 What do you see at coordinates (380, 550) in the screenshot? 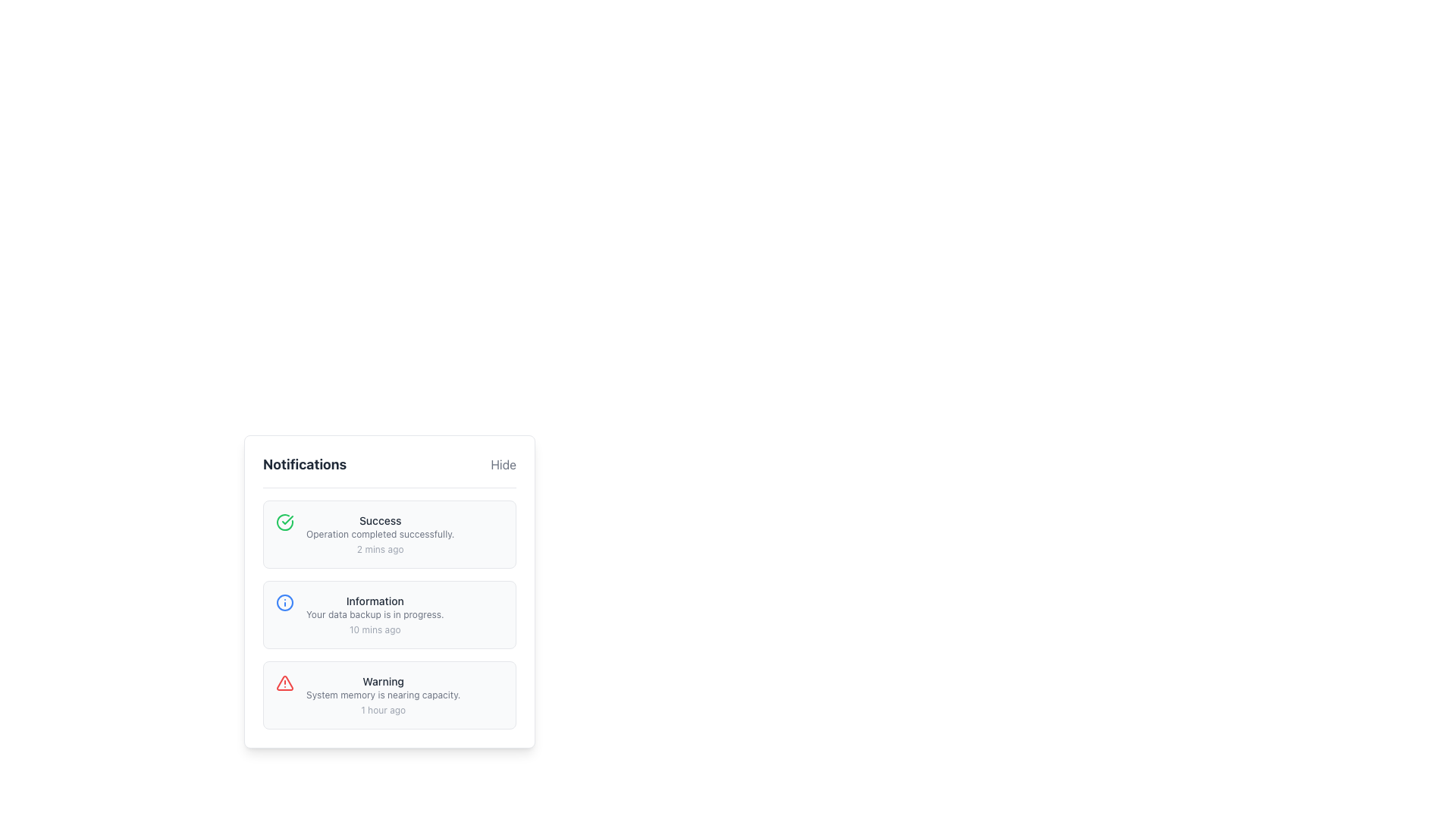
I see `timestamp text located at the bottom of the notification card, which provides temporal context for the notification` at bounding box center [380, 550].